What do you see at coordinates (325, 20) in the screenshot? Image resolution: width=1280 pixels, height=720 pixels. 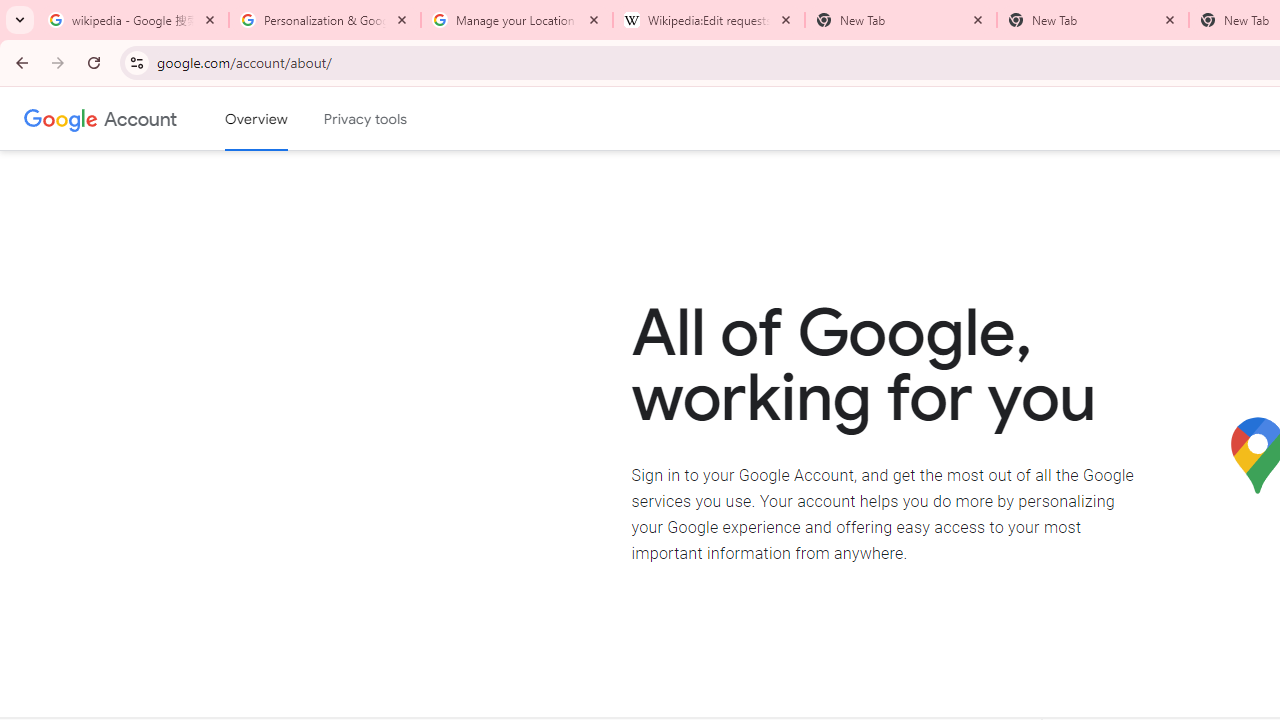 I see `'Personalization & Google Search results - Google Search Help'` at bounding box center [325, 20].